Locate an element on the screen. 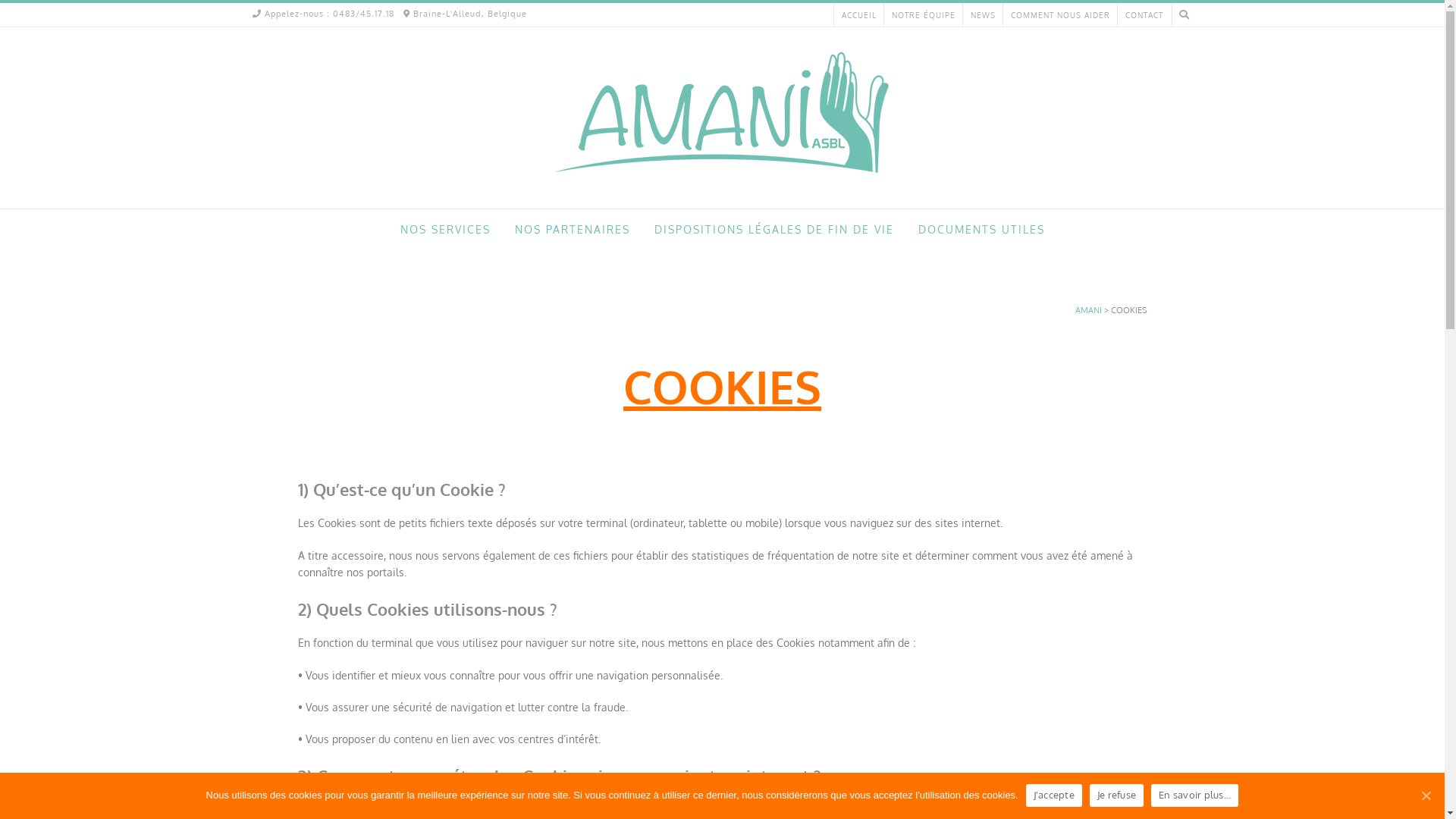 The width and height of the screenshot is (1456, 819). 'Je refuse' is located at coordinates (1116, 795).